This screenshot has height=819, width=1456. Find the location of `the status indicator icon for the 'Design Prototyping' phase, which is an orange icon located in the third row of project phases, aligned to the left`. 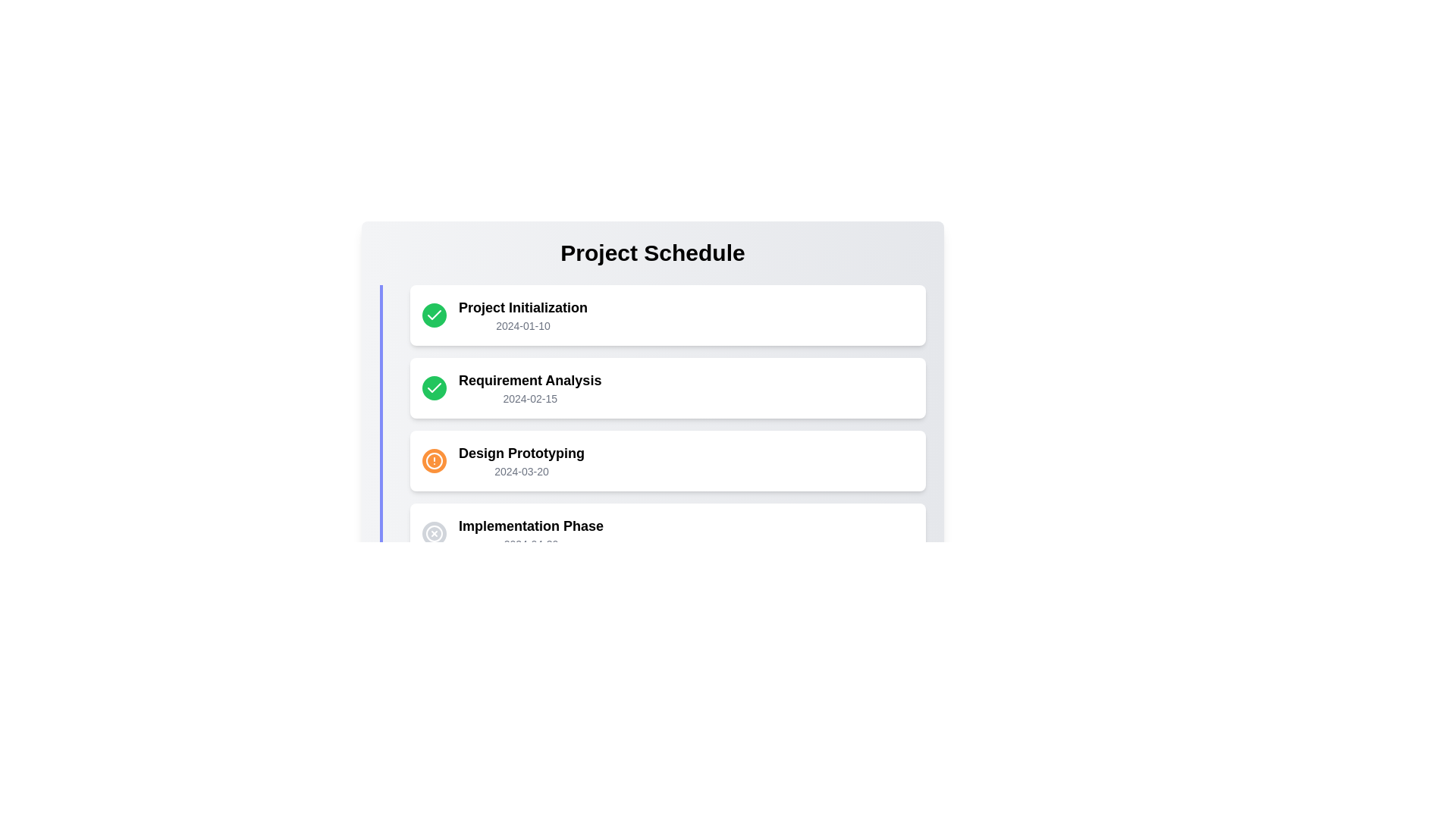

the status indicator icon for the 'Design Prototyping' phase, which is an orange icon located in the third row of project phases, aligned to the left is located at coordinates (433, 460).